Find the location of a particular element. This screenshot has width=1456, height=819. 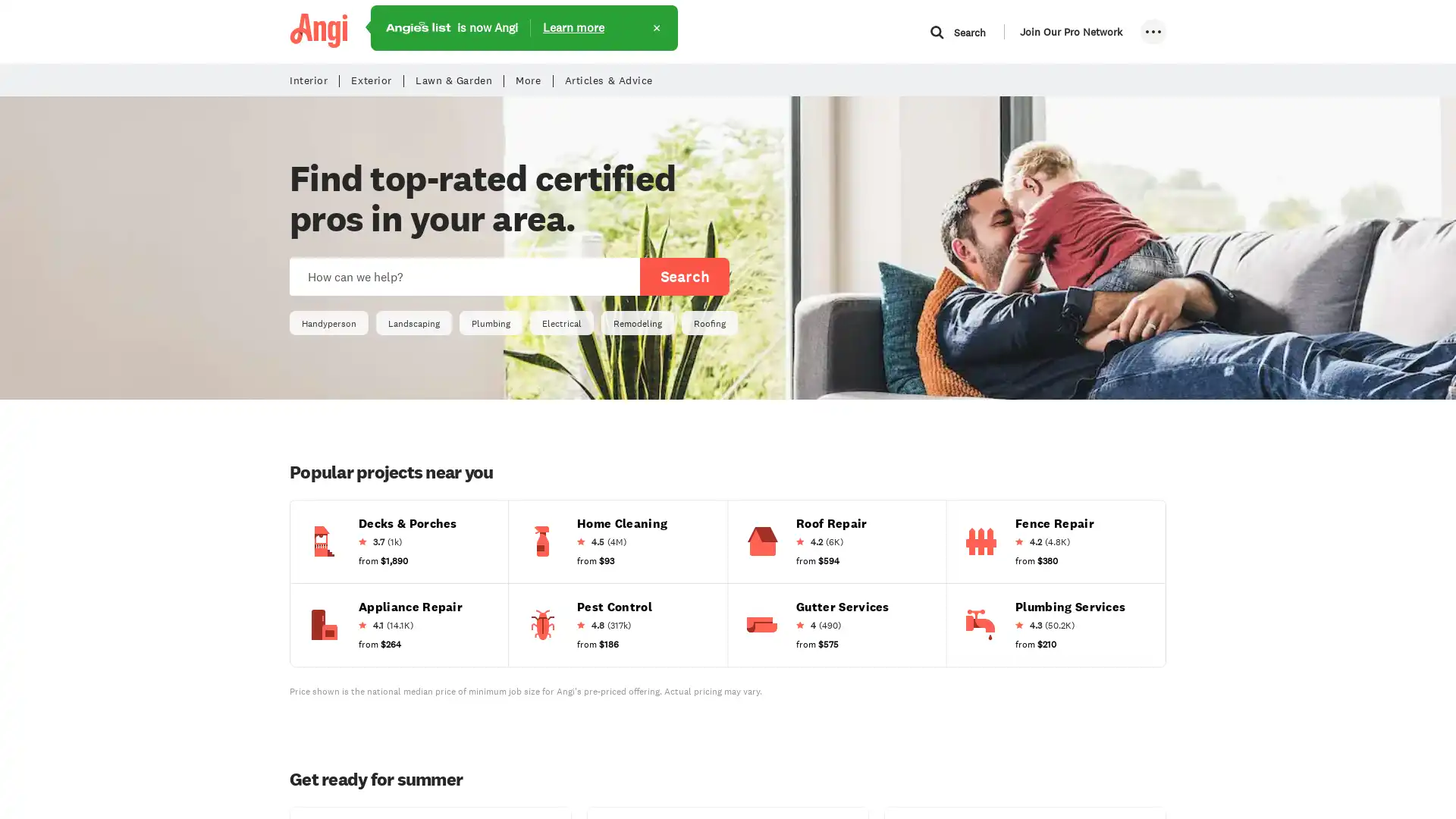

Search is located at coordinates (683, 277).